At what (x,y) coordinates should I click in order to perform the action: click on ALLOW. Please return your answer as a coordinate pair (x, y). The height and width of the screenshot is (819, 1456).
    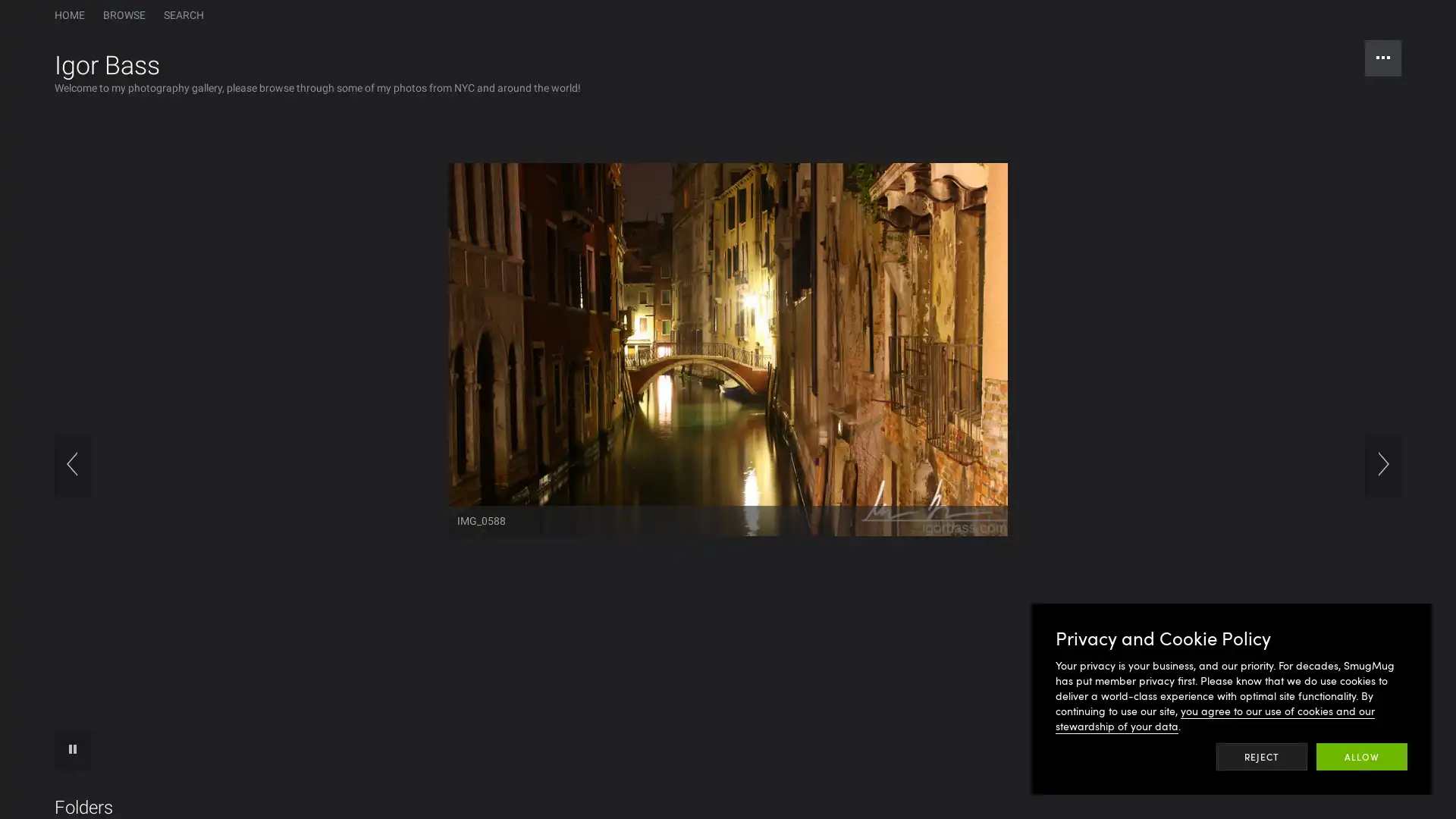
    Looking at the image, I should click on (1361, 757).